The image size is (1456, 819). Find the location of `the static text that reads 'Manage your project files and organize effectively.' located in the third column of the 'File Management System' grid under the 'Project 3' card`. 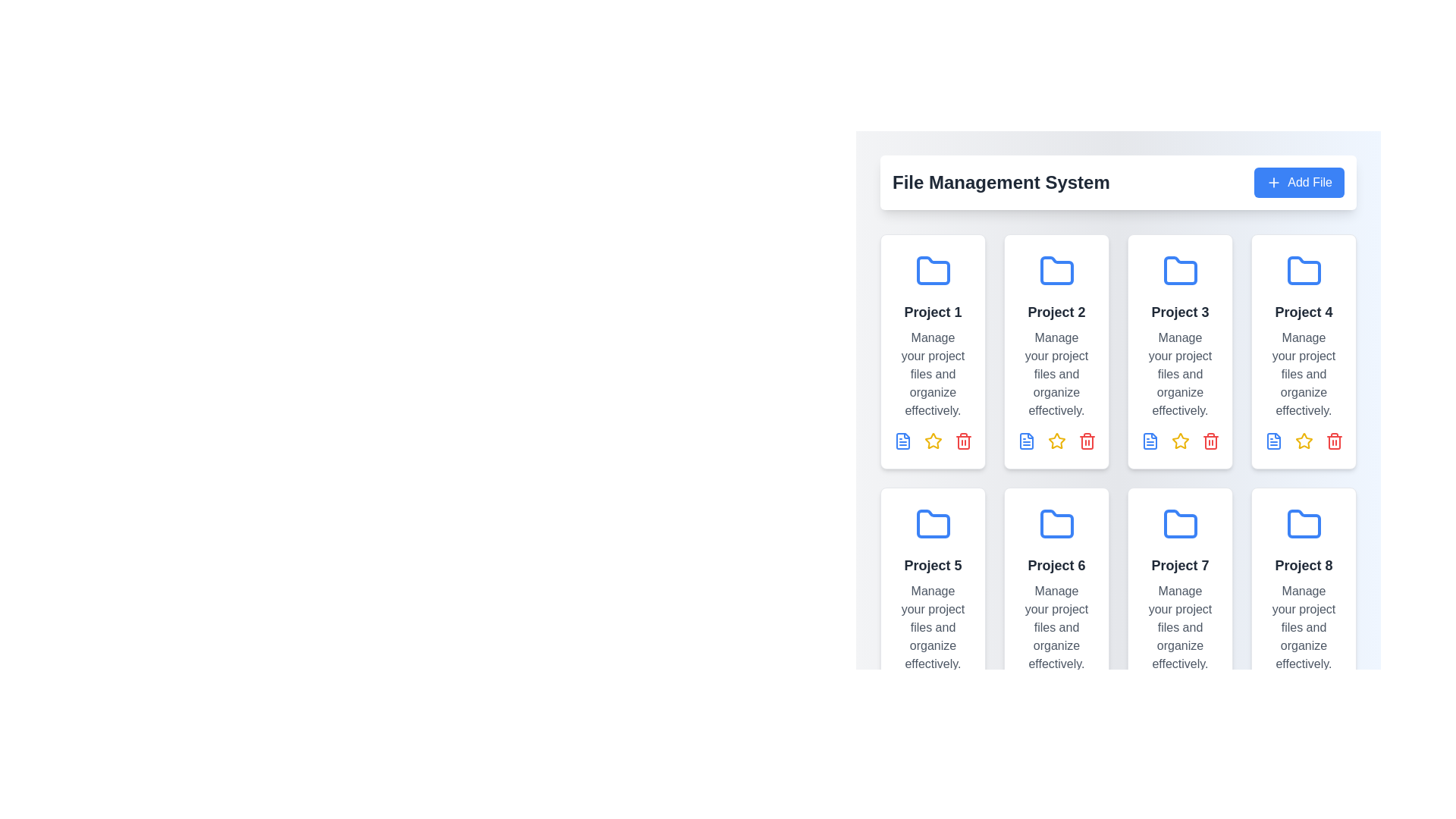

the static text that reads 'Manage your project files and organize effectively.' located in the third column of the 'File Management System' grid under the 'Project 3' card is located at coordinates (1179, 374).